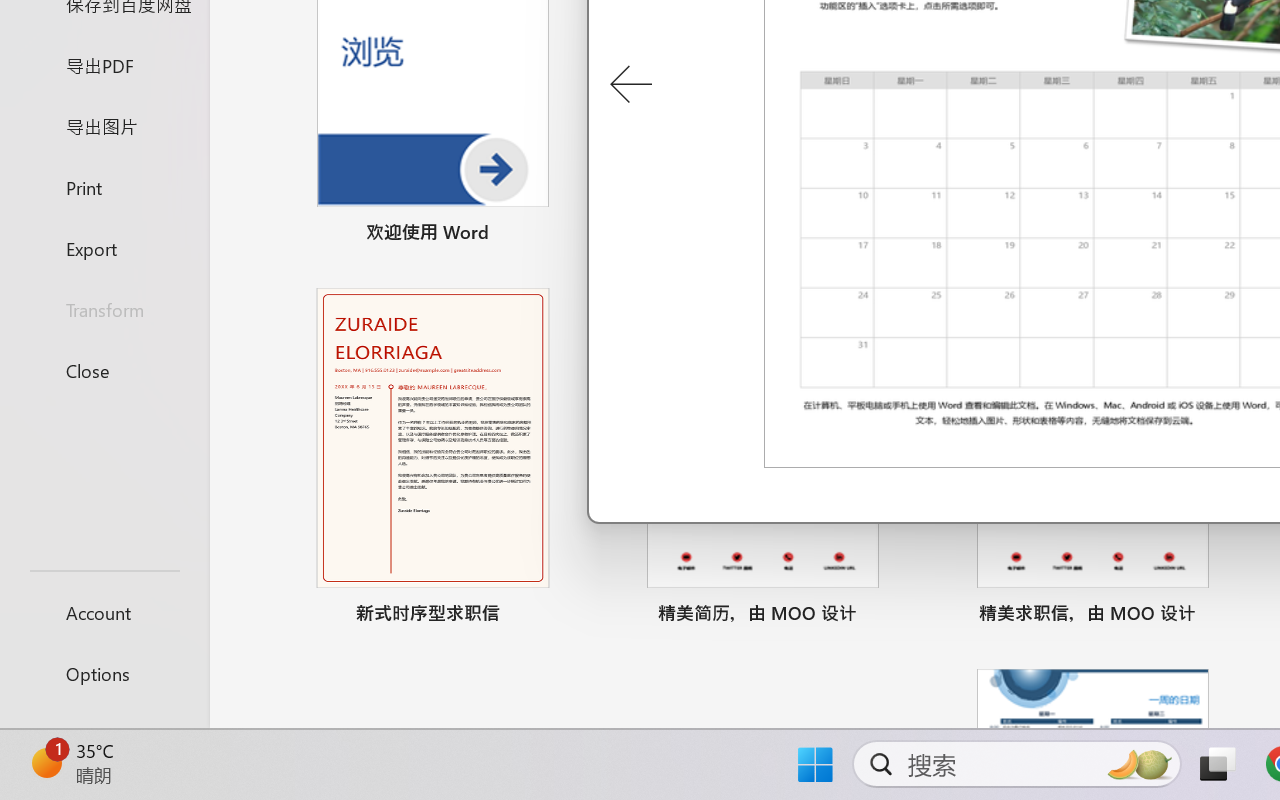  What do you see at coordinates (103, 673) in the screenshot?
I see `'Options'` at bounding box center [103, 673].